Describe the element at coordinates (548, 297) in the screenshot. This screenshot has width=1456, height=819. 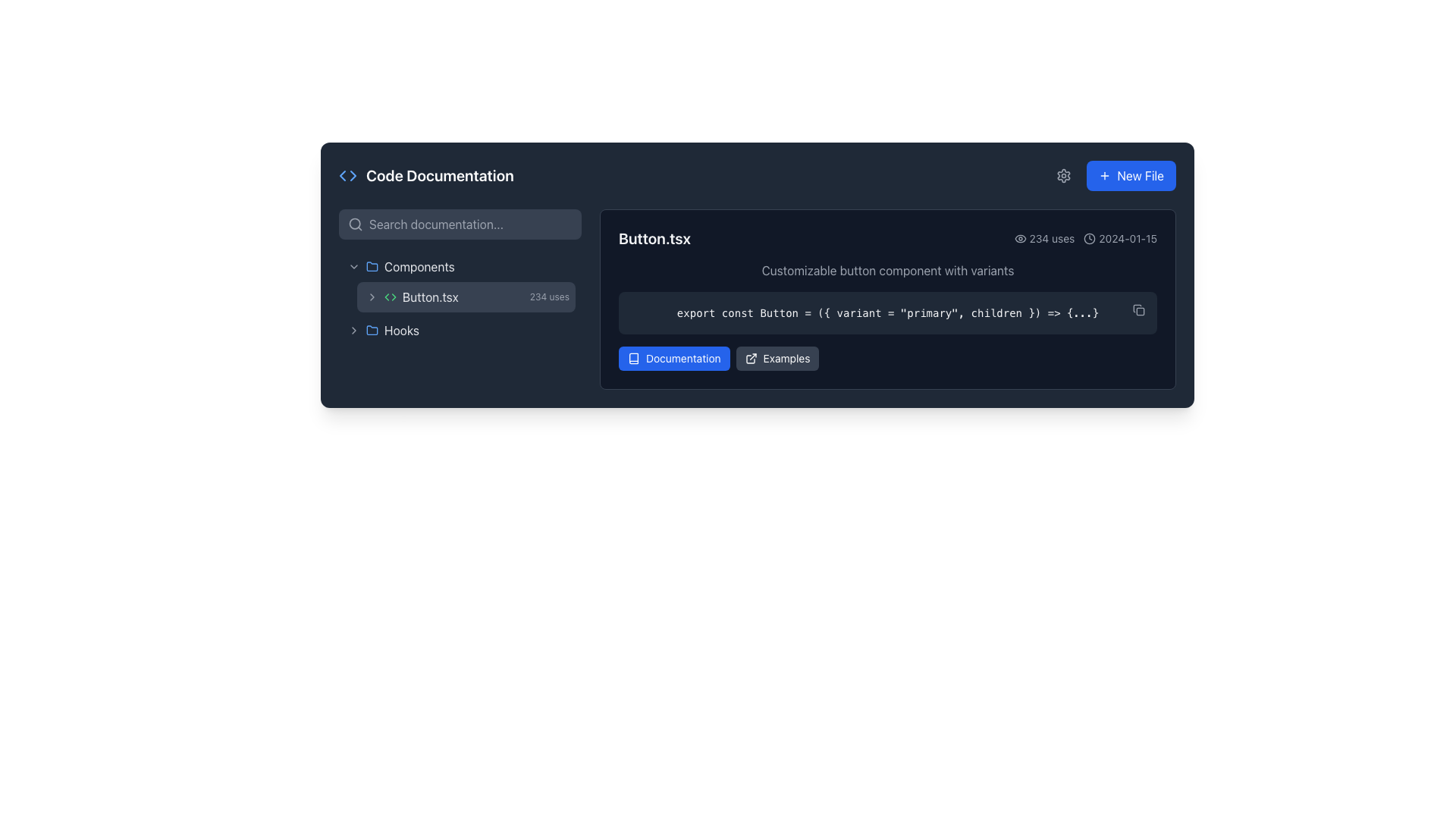
I see `the text label displaying '234 uses', which is located on the right-hand side of the 'Button.tsx' list entry in the navigation menu` at that location.